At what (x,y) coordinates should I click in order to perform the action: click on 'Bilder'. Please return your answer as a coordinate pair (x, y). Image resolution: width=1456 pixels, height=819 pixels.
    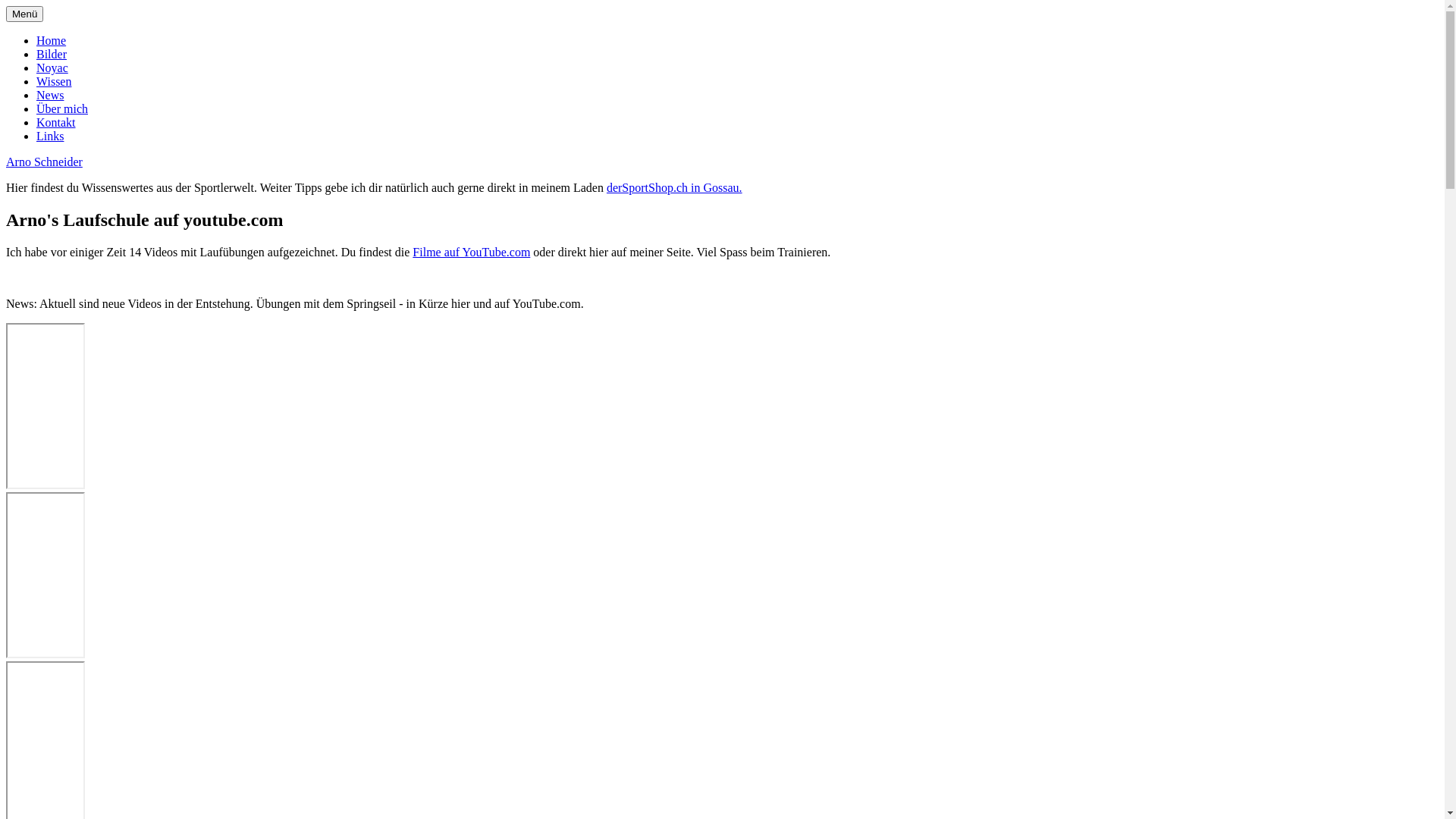
    Looking at the image, I should click on (51, 53).